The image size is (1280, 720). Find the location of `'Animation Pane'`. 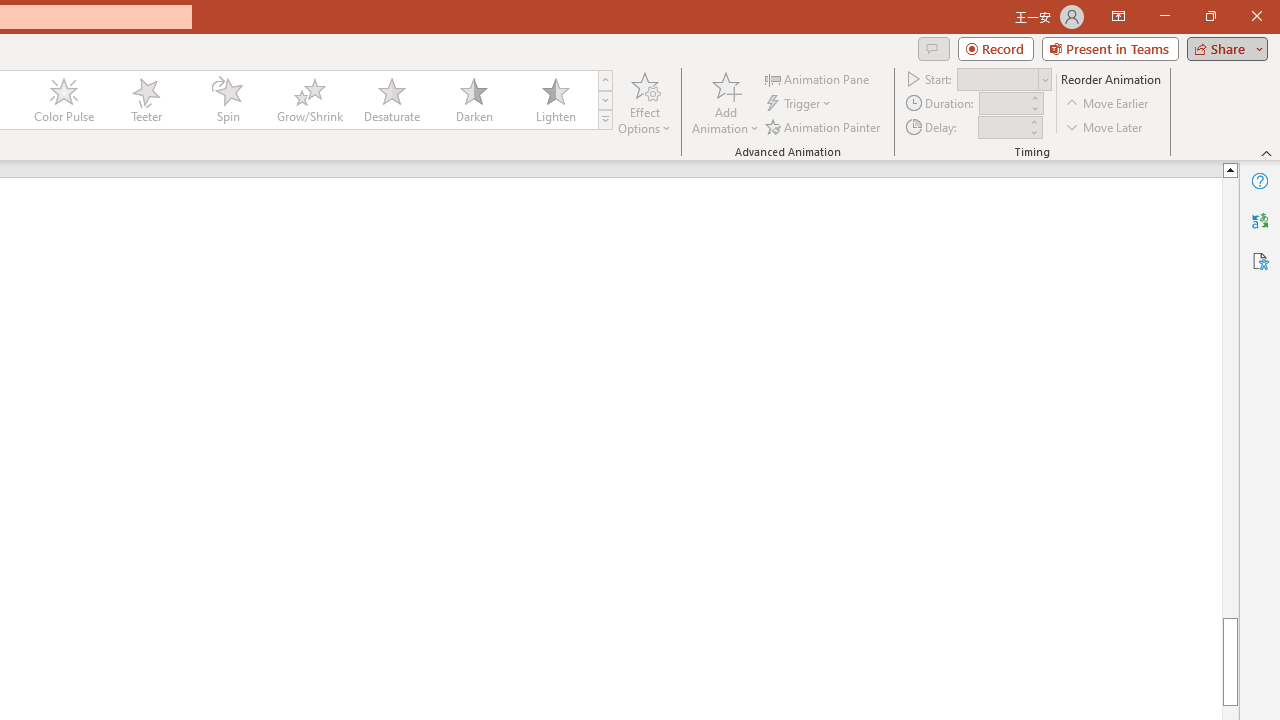

'Animation Pane' is located at coordinates (818, 78).